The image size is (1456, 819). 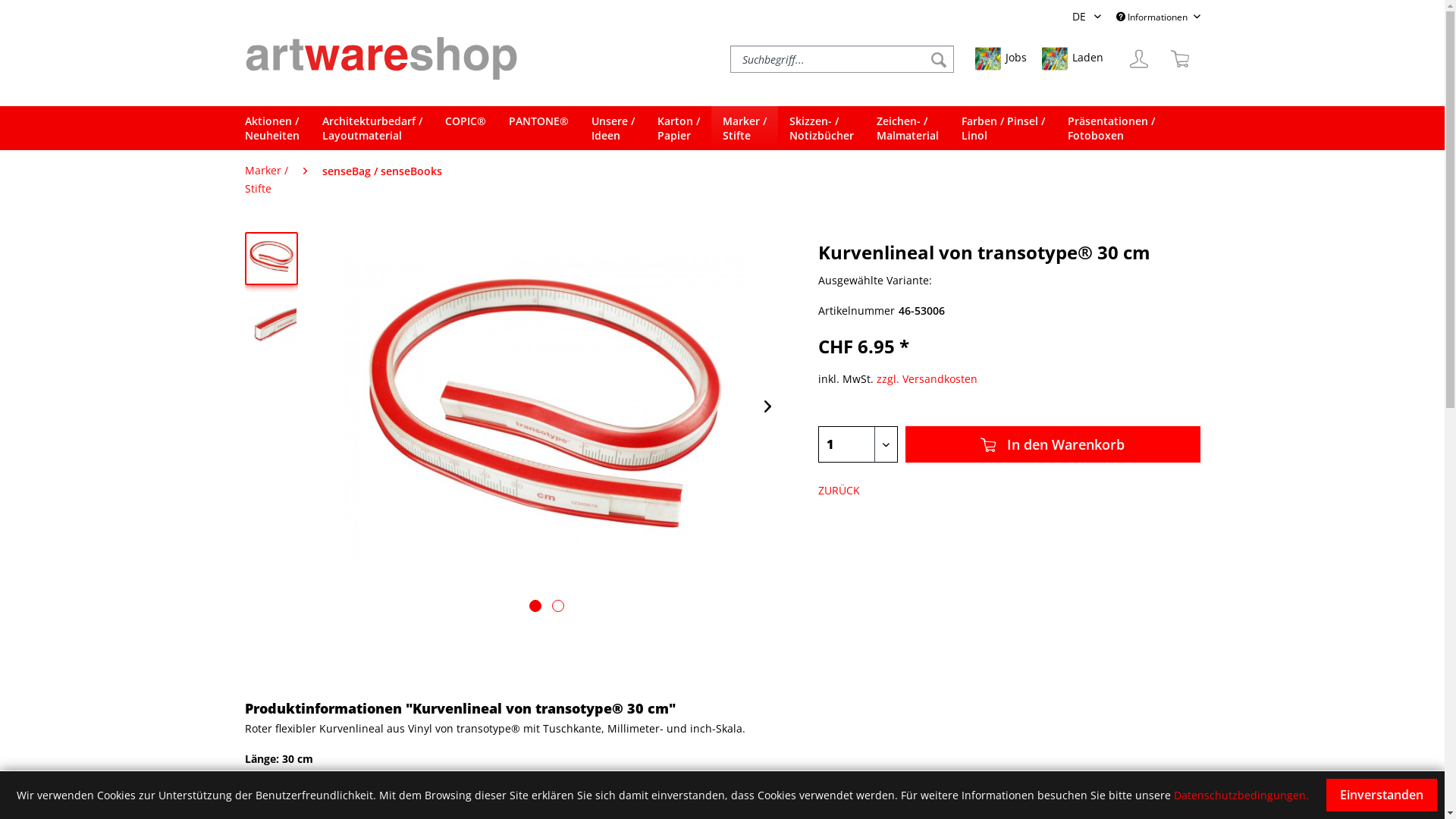 What do you see at coordinates (906, 127) in the screenshot?
I see `'Zeichen- /` at bounding box center [906, 127].